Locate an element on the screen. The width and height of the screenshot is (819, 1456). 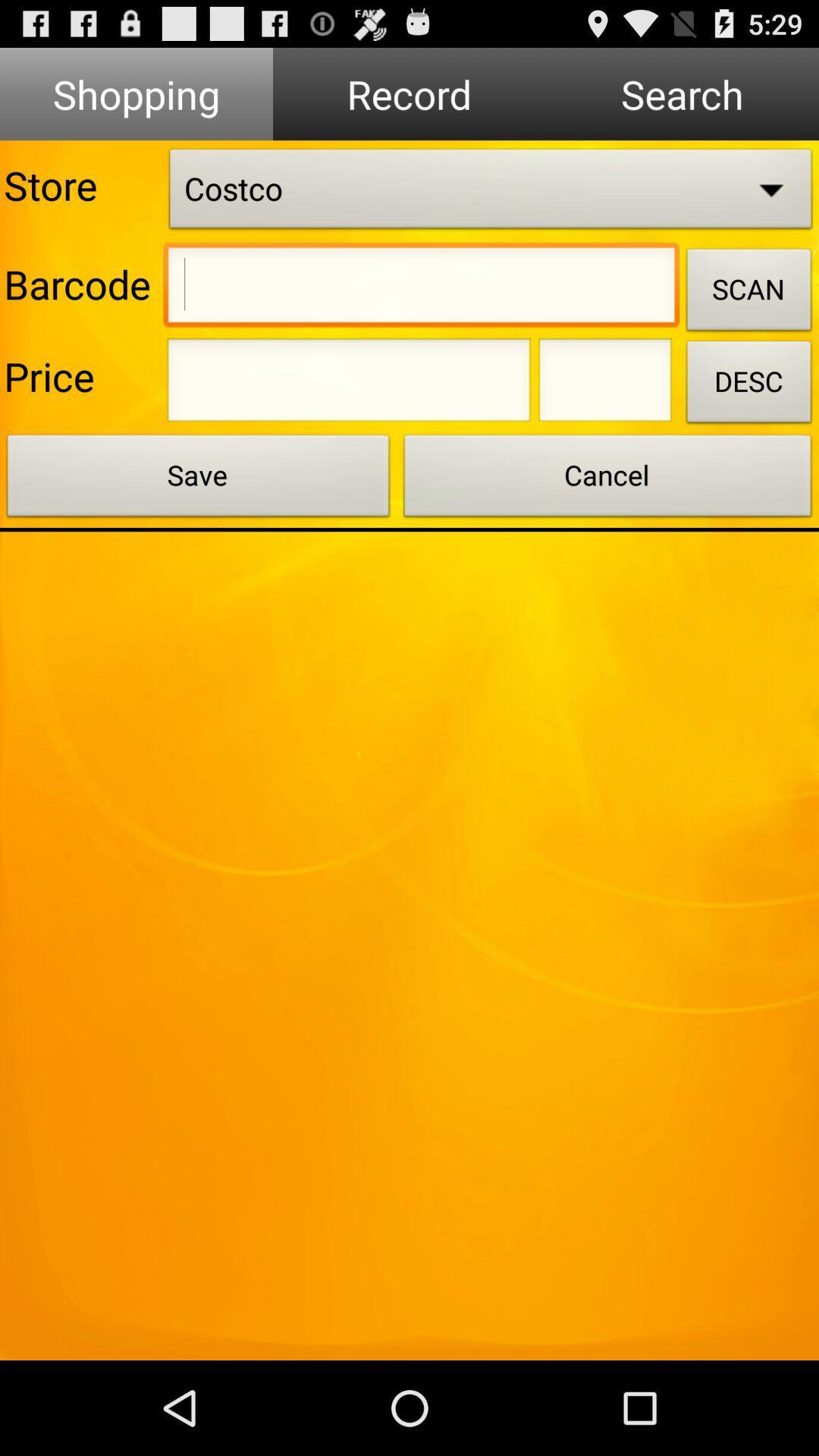
input price is located at coordinates (349, 384).